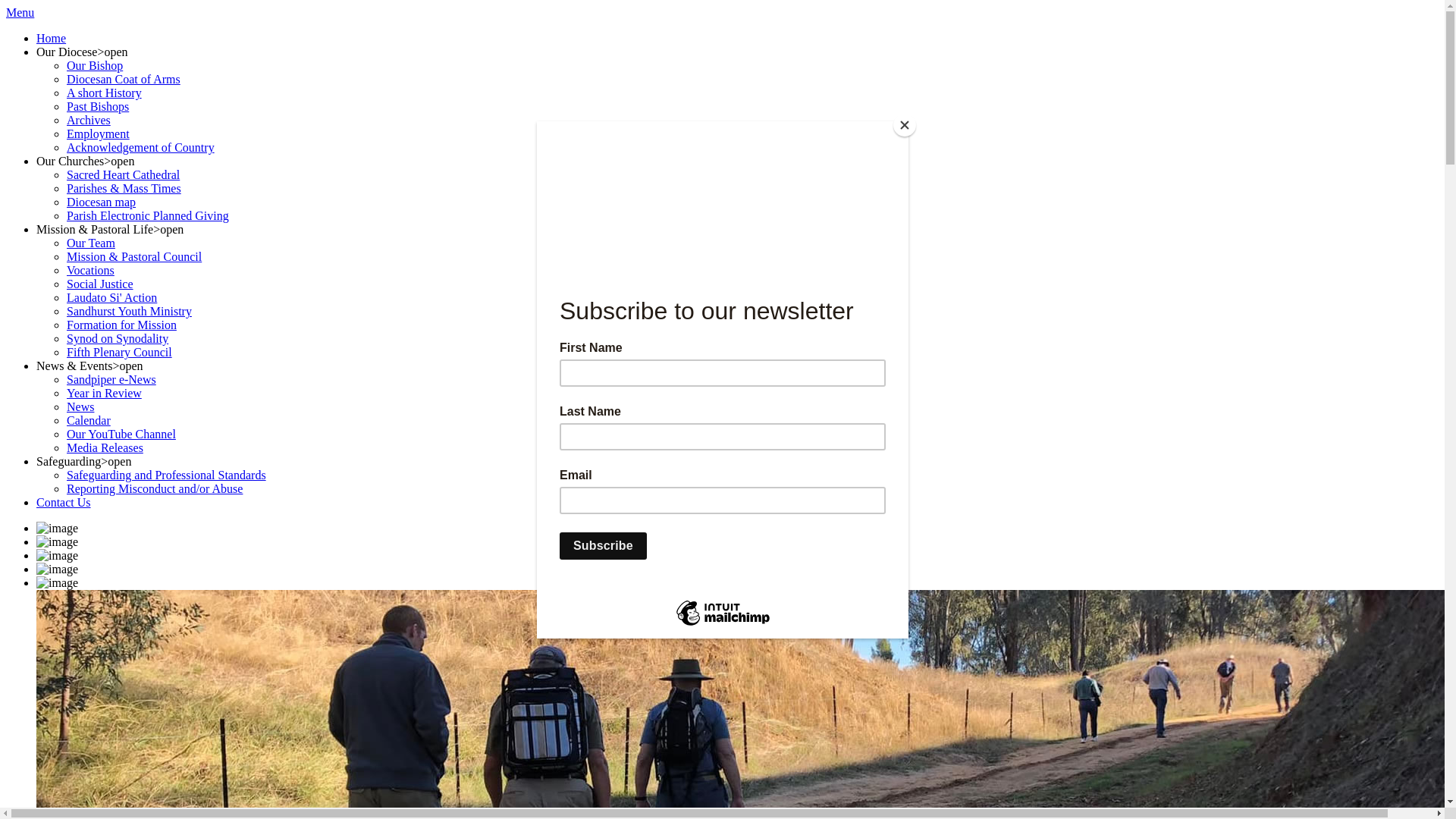 Image resolution: width=1456 pixels, height=819 pixels. What do you see at coordinates (65, 324) in the screenshot?
I see `'Formation for Mission'` at bounding box center [65, 324].